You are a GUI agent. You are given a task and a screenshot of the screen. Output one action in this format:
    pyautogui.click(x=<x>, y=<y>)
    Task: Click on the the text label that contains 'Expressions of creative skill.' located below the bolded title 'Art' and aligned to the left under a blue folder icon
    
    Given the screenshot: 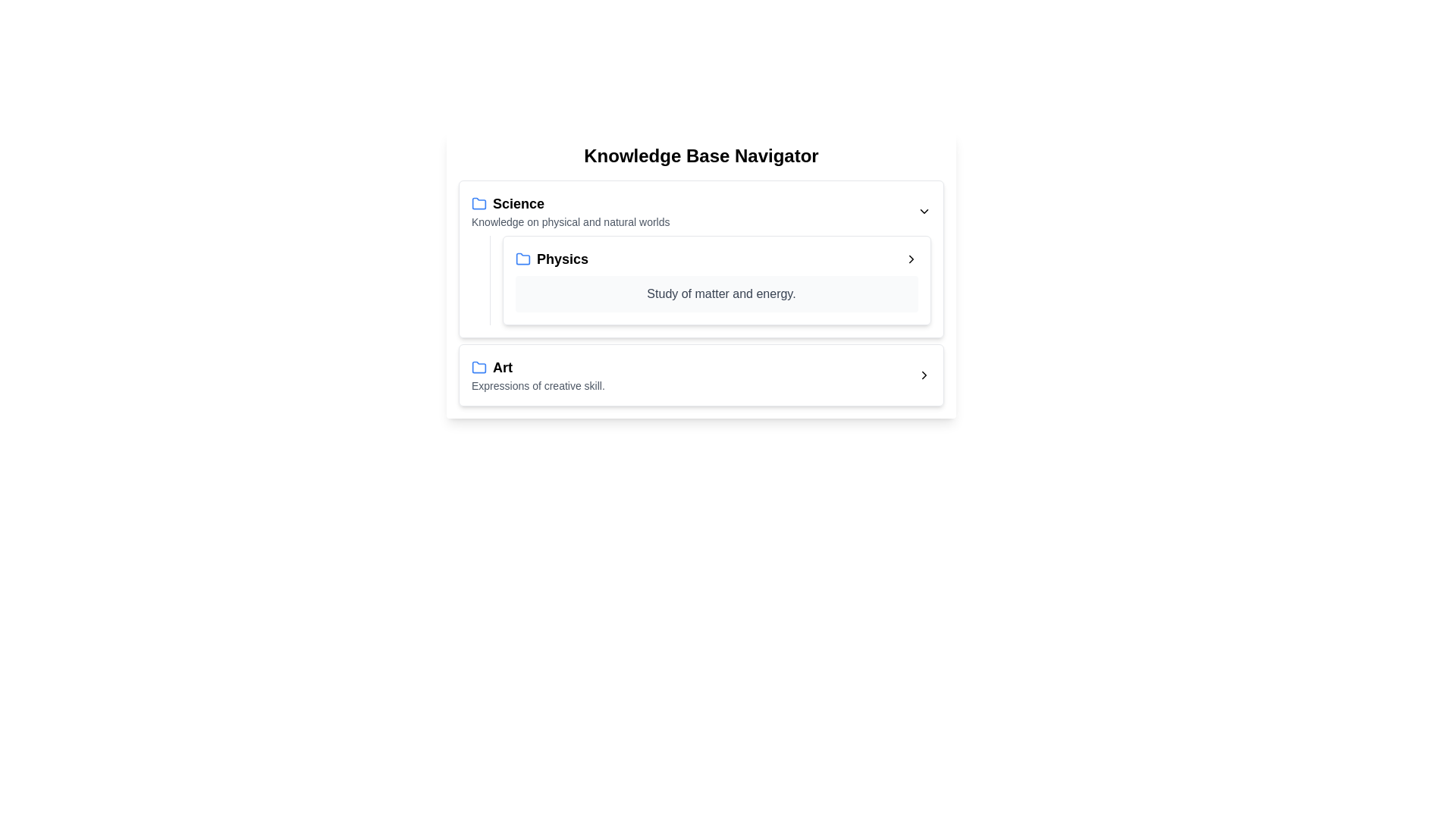 What is the action you would take?
    pyautogui.click(x=538, y=385)
    